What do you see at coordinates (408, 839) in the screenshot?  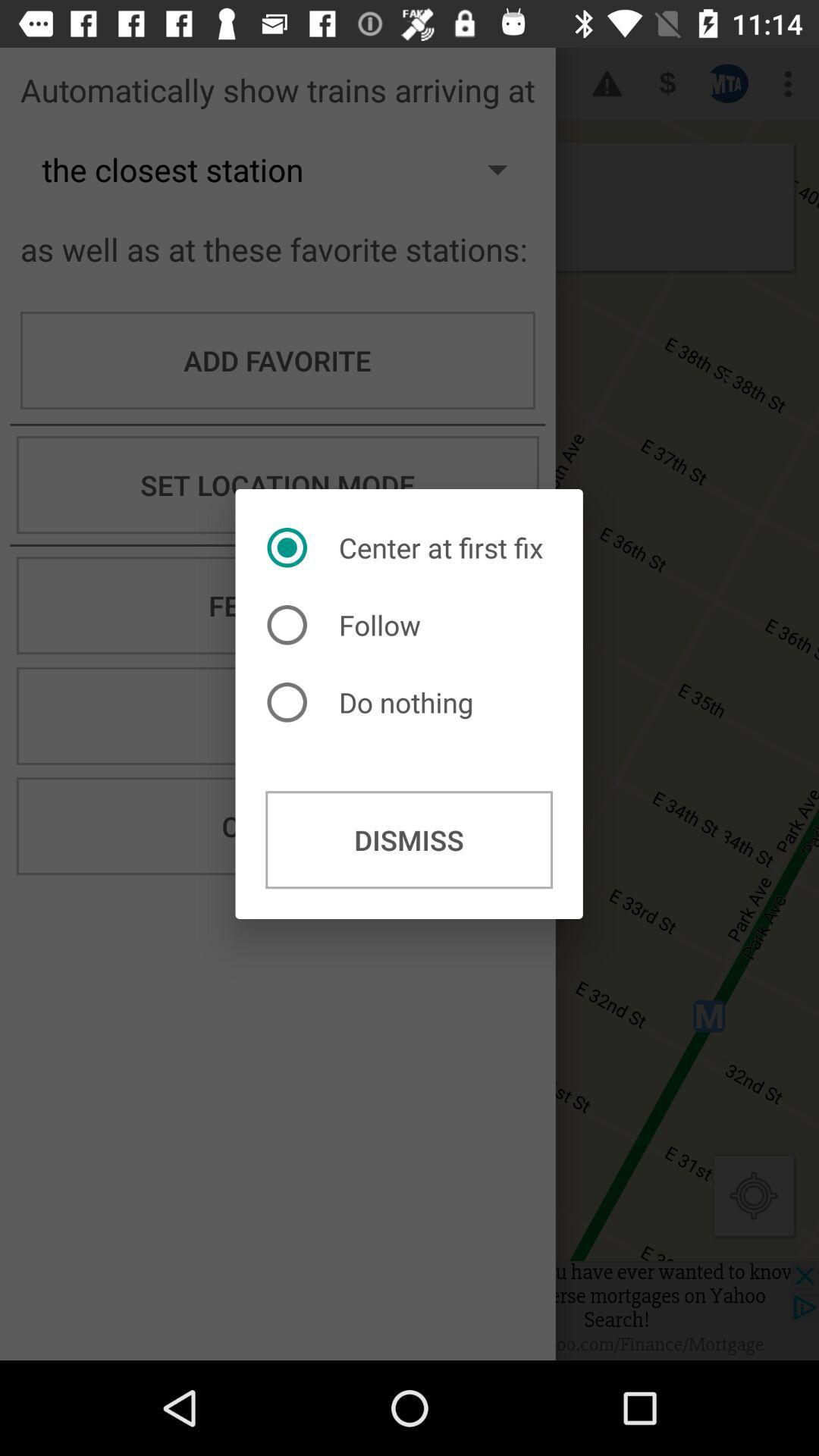 I see `the dismiss button` at bounding box center [408, 839].